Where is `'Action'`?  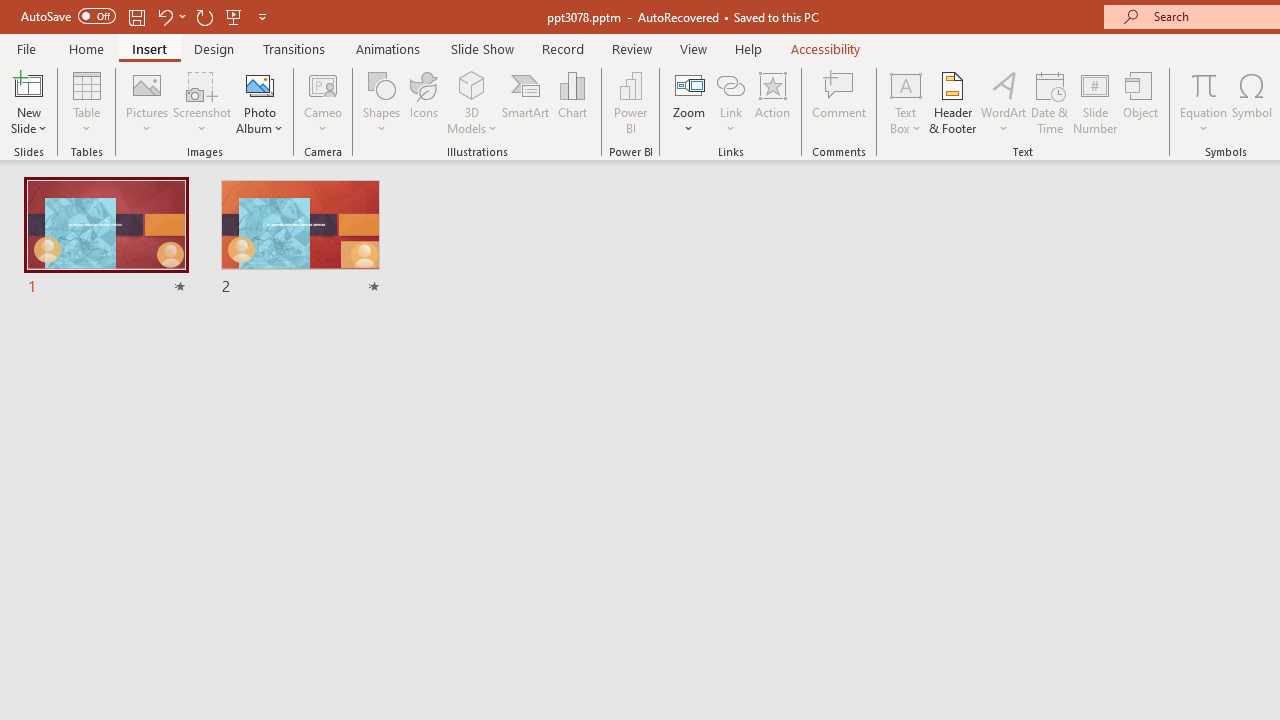
'Action' is located at coordinates (772, 103).